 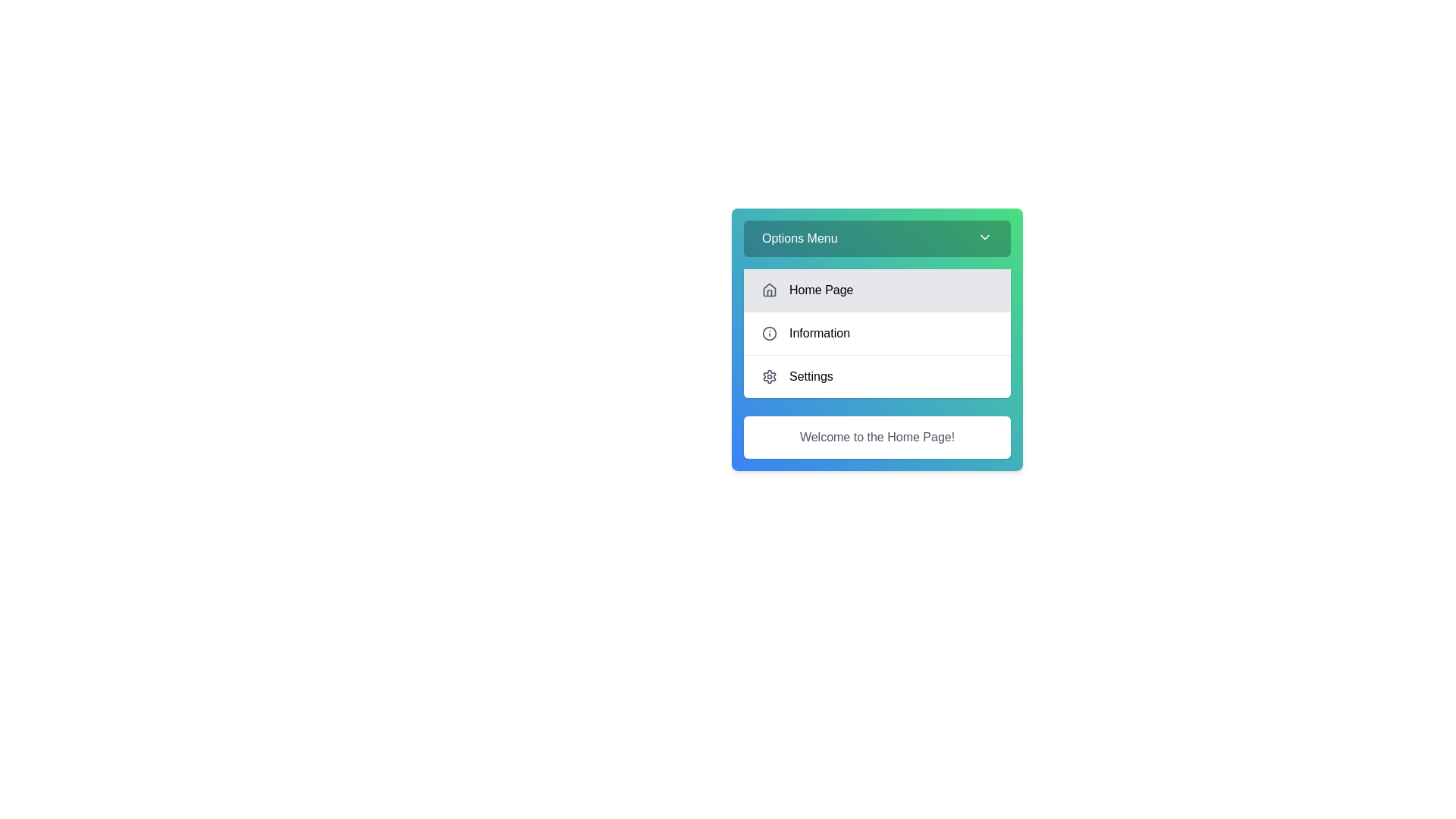 I want to click on the circular information icon with a light gray border and white fill, which is positioned to the left of the 'Information' text in the menu options, so click(x=769, y=332).